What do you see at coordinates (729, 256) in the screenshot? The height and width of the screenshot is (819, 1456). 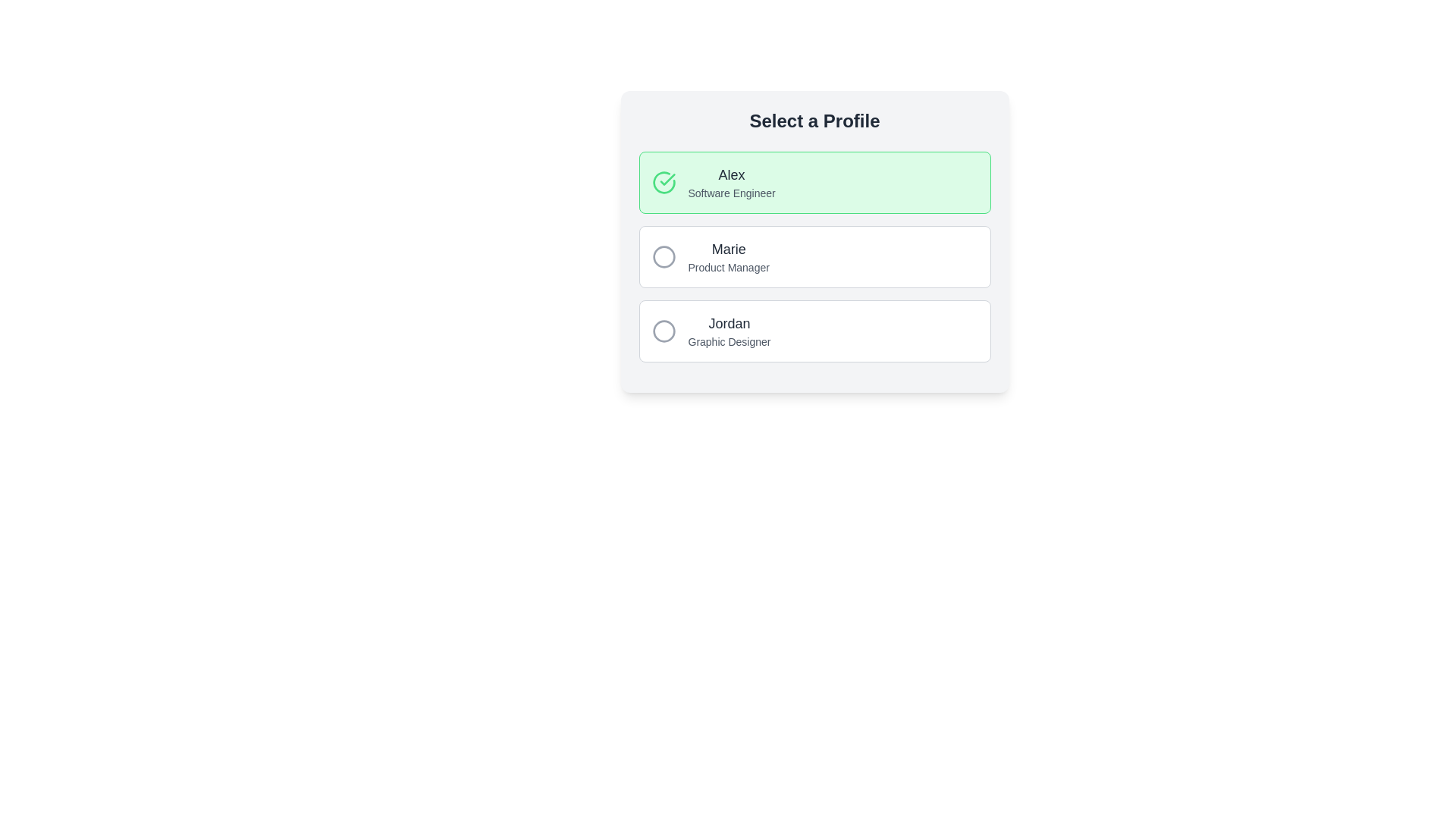 I see `the label displaying the name 'Marie' and designation 'Product Manager' located in the second profile card` at bounding box center [729, 256].